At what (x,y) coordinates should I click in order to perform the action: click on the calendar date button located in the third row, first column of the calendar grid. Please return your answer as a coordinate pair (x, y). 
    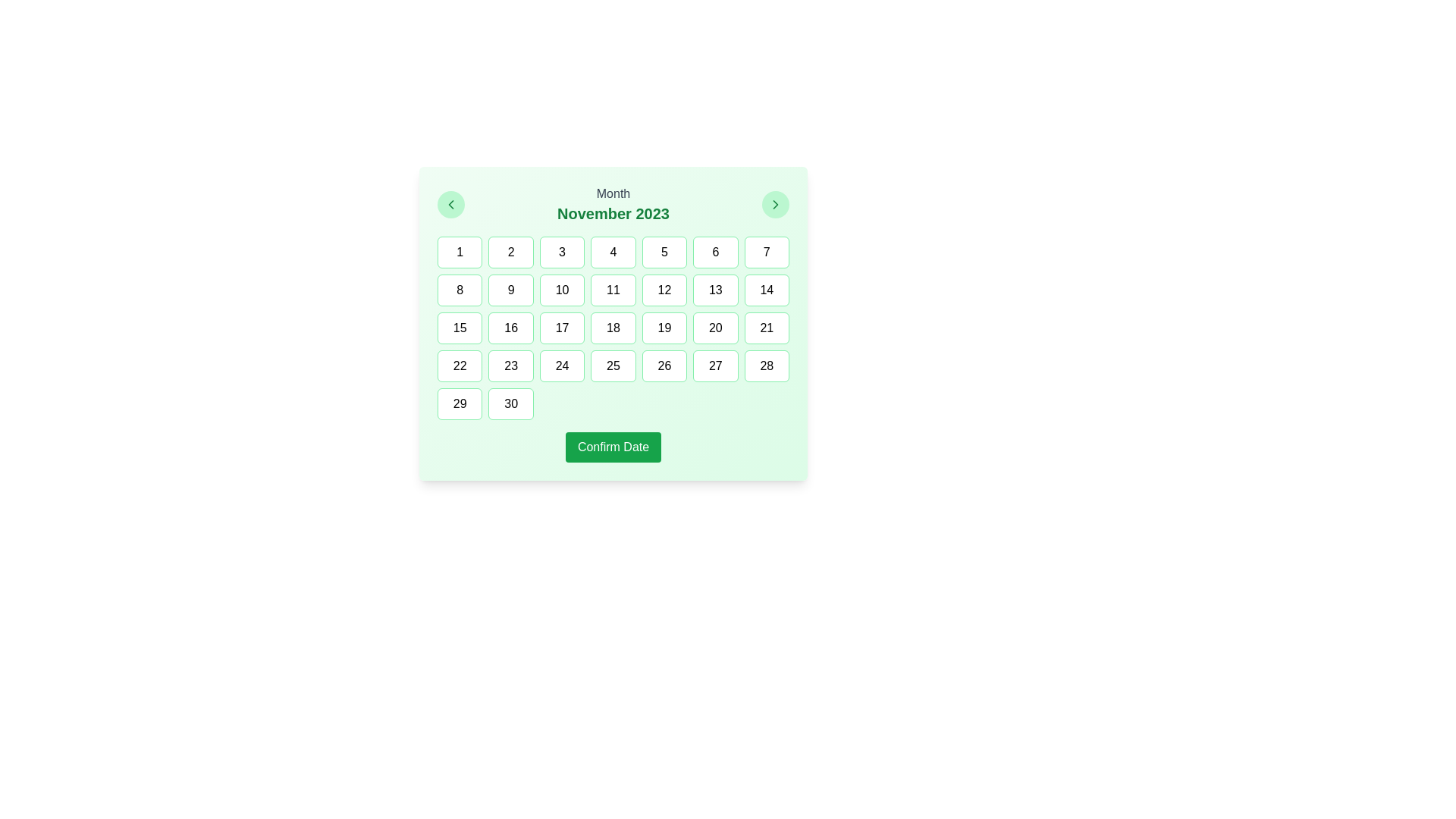
    Looking at the image, I should click on (459, 327).